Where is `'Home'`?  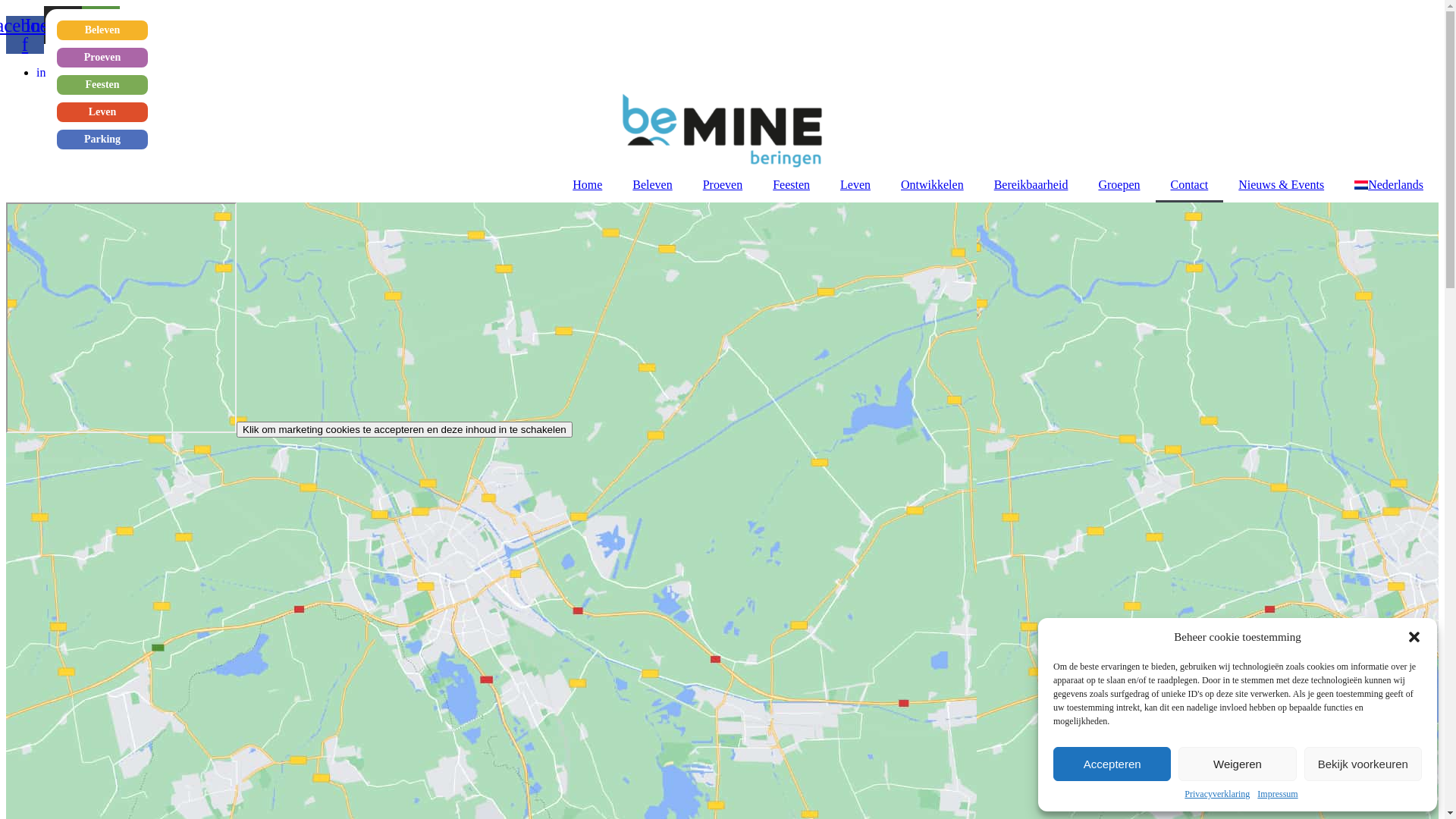 'Home' is located at coordinates (586, 184).